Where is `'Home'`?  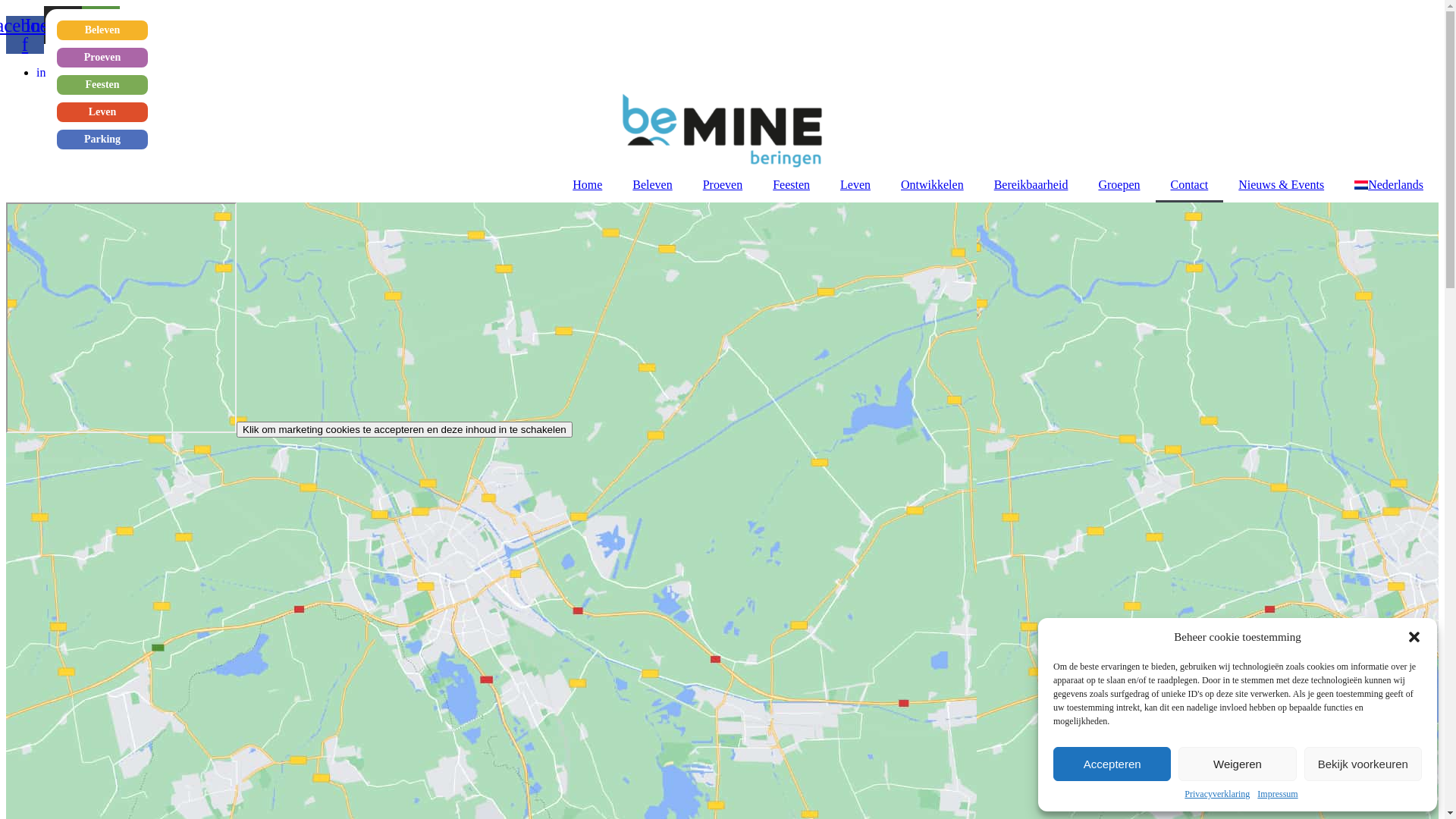 'Home' is located at coordinates (586, 184).